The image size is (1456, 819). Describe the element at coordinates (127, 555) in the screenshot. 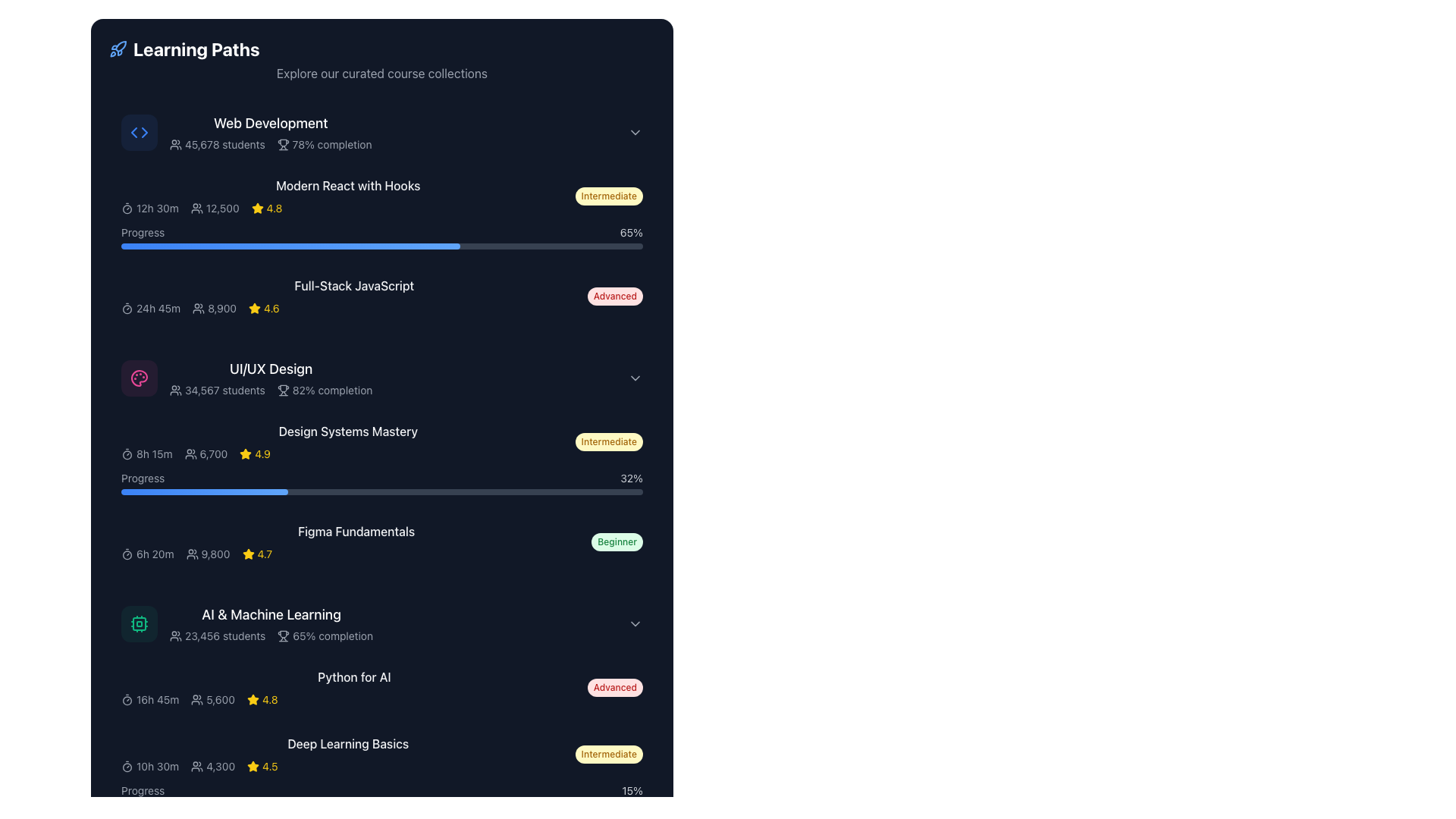

I see `the circular decorative component of the timer icon located to the left of the 'Figma Fundamentals' label in the UI/UX course section` at that location.